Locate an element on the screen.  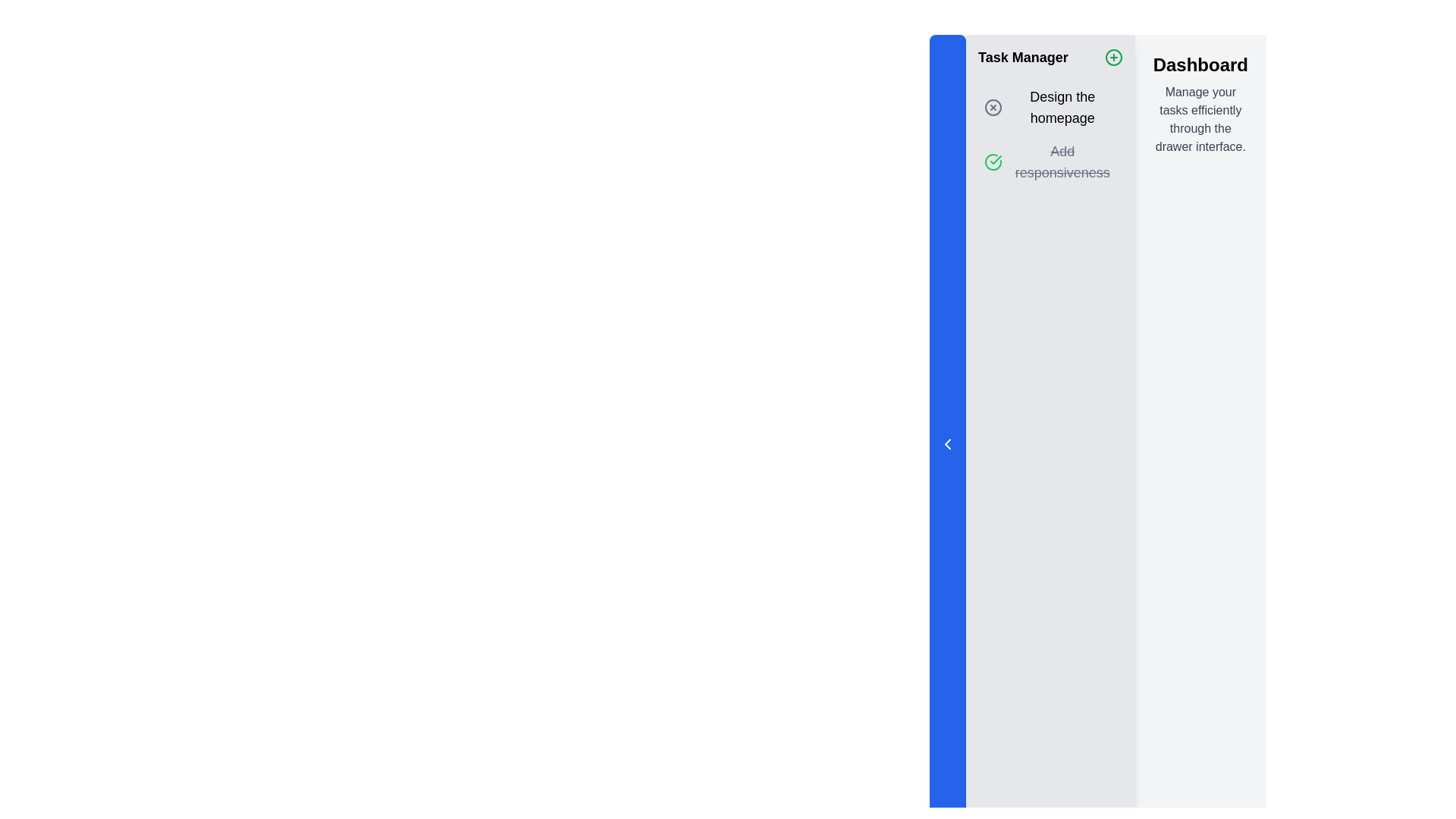
the green plus icon located to the right of the 'Task Manager' text in the header section is located at coordinates (1050, 57).